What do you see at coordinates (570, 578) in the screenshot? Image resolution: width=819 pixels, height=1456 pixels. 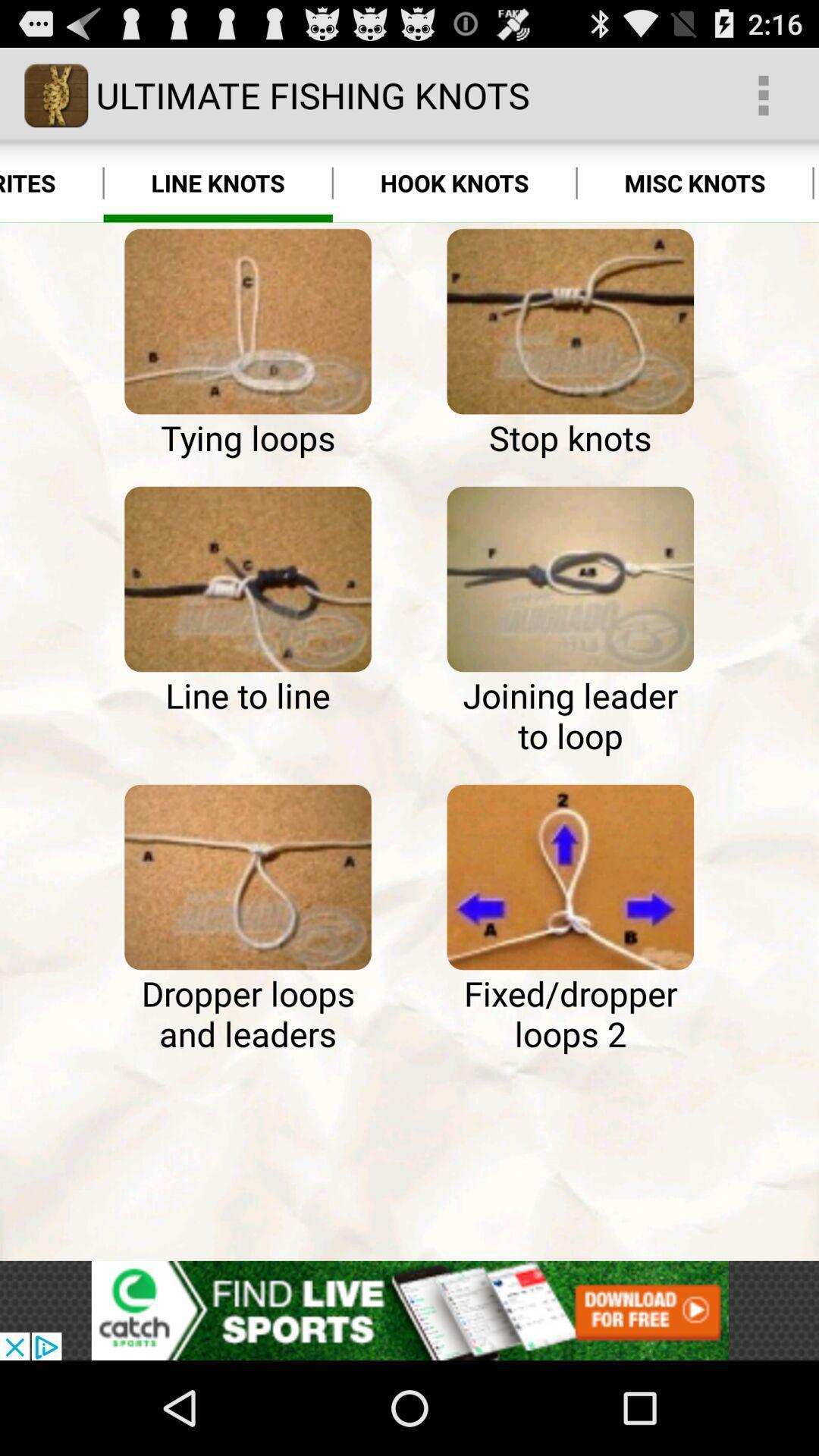 I see `open details of subject` at bounding box center [570, 578].